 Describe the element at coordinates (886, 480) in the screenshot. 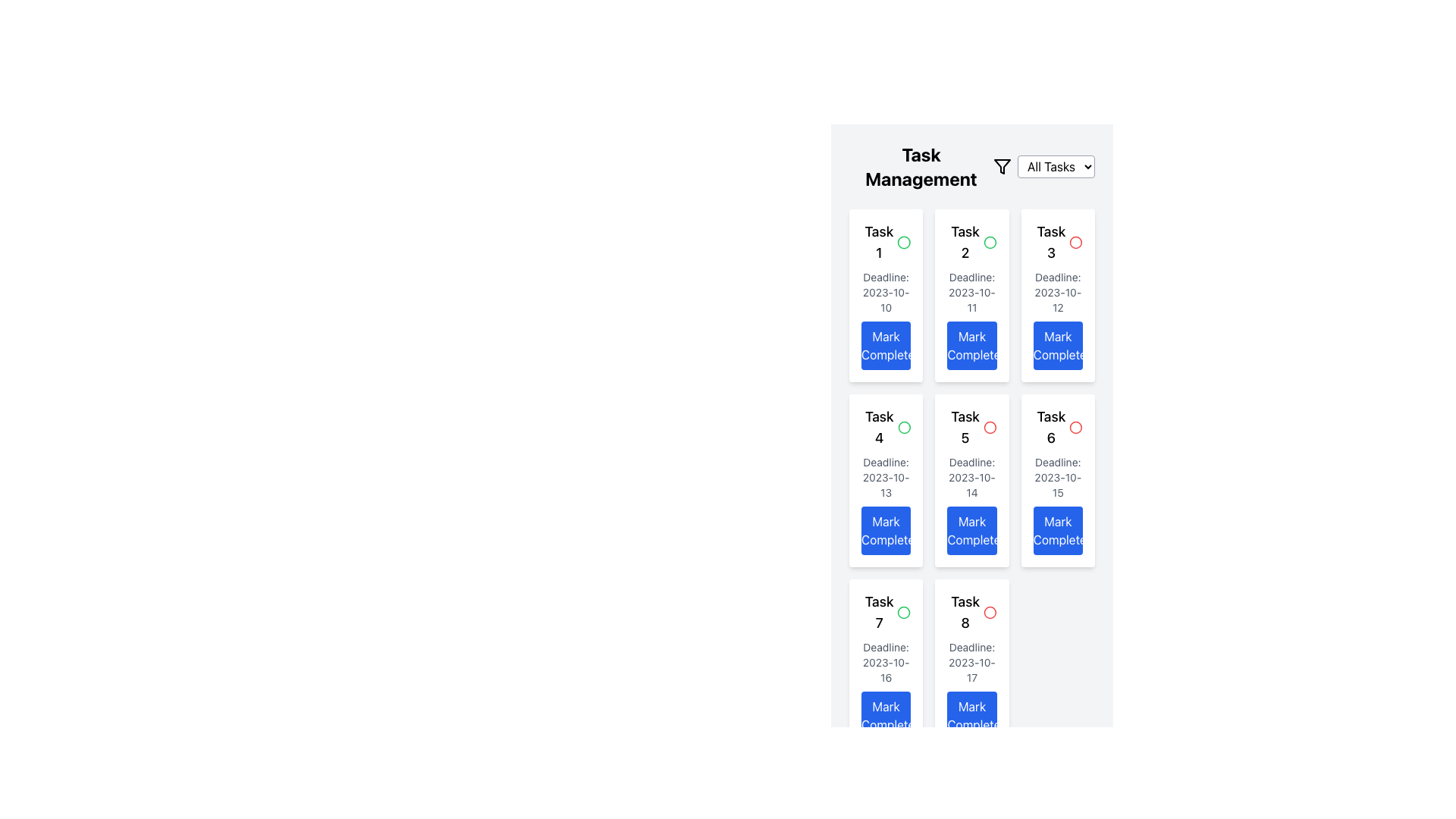

I see `the informative card representing a task item in the task list` at that location.